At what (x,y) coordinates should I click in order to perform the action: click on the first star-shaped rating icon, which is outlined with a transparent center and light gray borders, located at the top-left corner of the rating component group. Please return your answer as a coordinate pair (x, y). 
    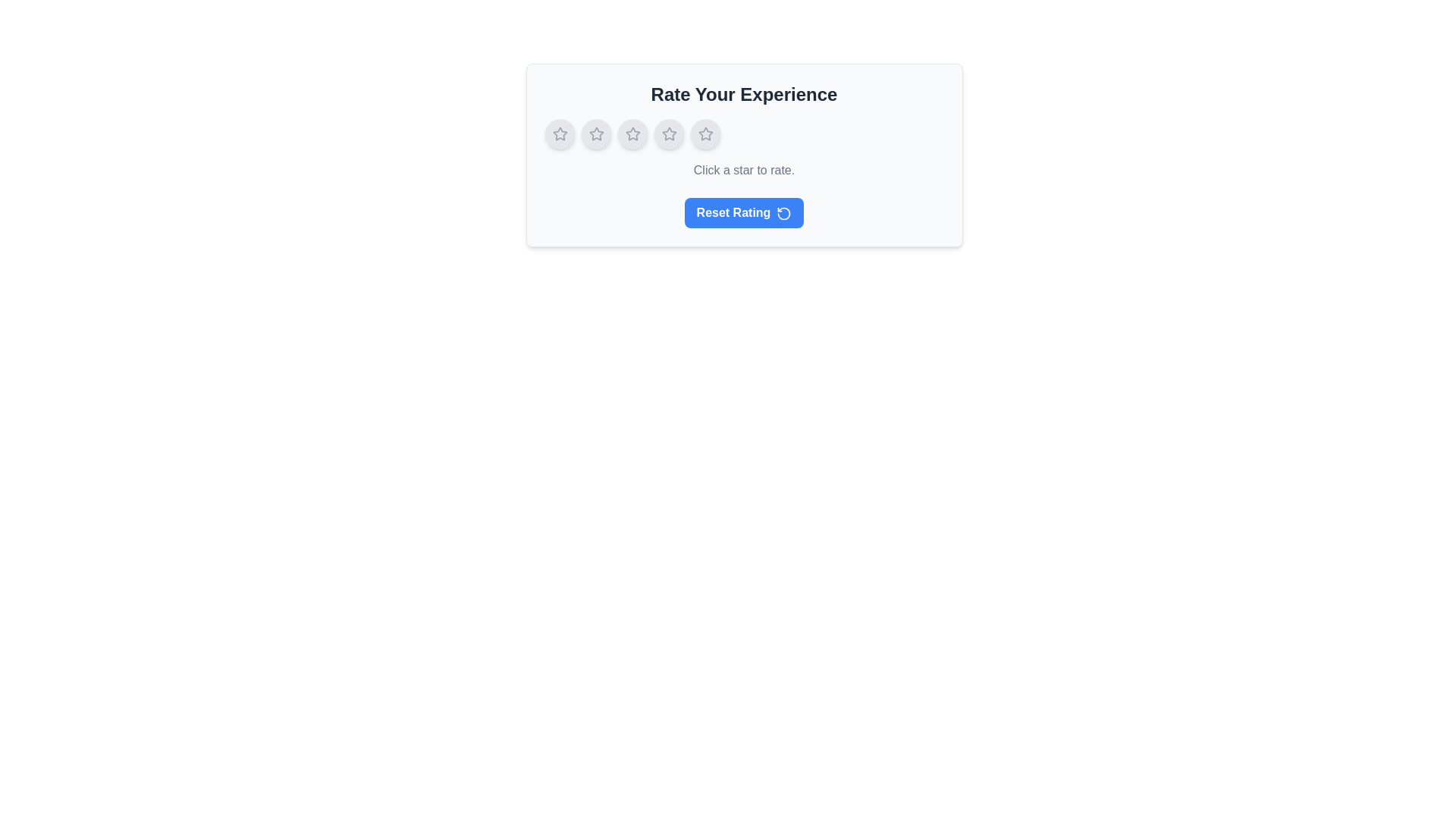
    Looking at the image, I should click on (559, 133).